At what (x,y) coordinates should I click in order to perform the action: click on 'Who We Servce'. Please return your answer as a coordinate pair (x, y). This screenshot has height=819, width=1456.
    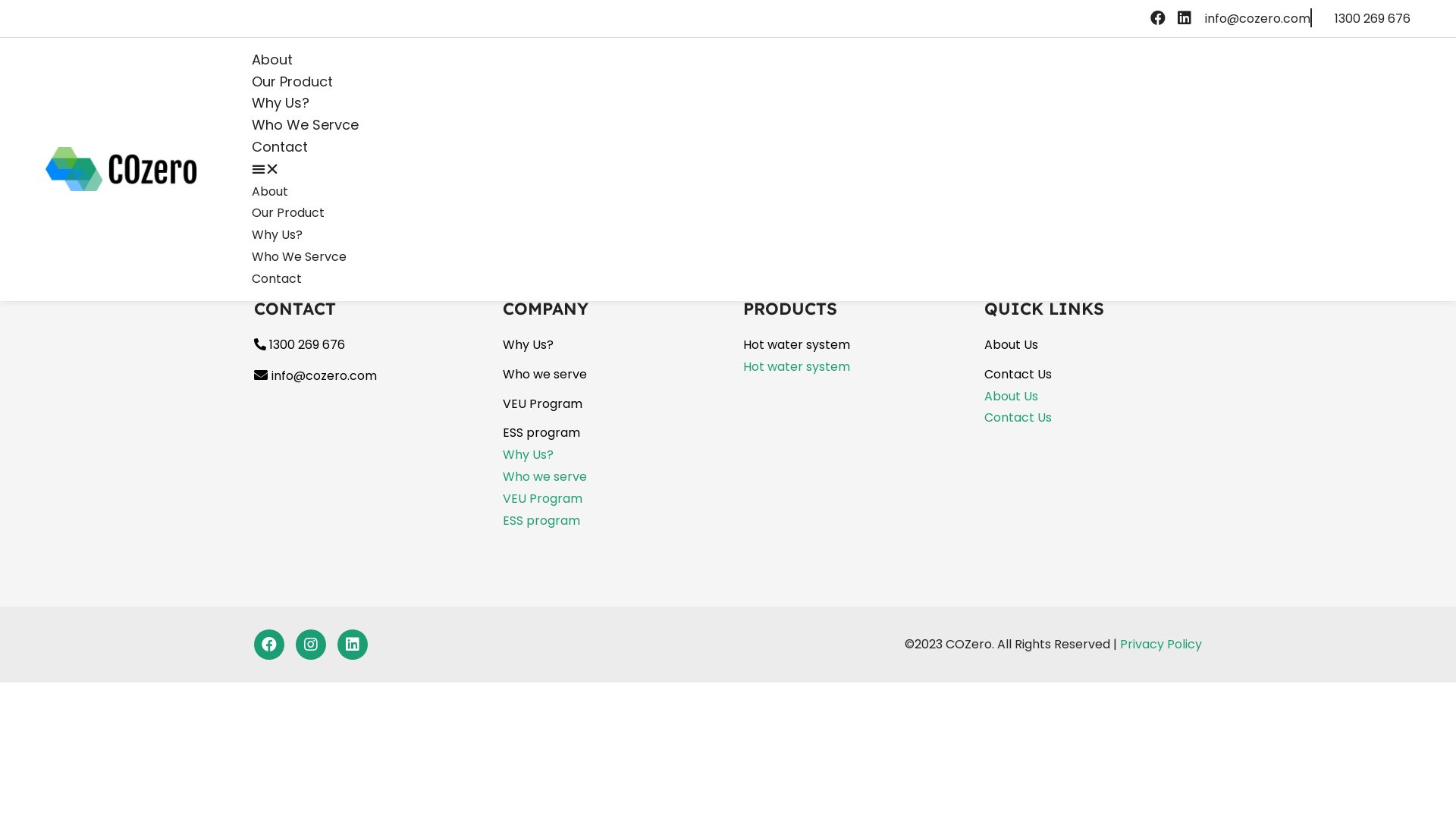
    Looking at the image, I should click on (304, 124).